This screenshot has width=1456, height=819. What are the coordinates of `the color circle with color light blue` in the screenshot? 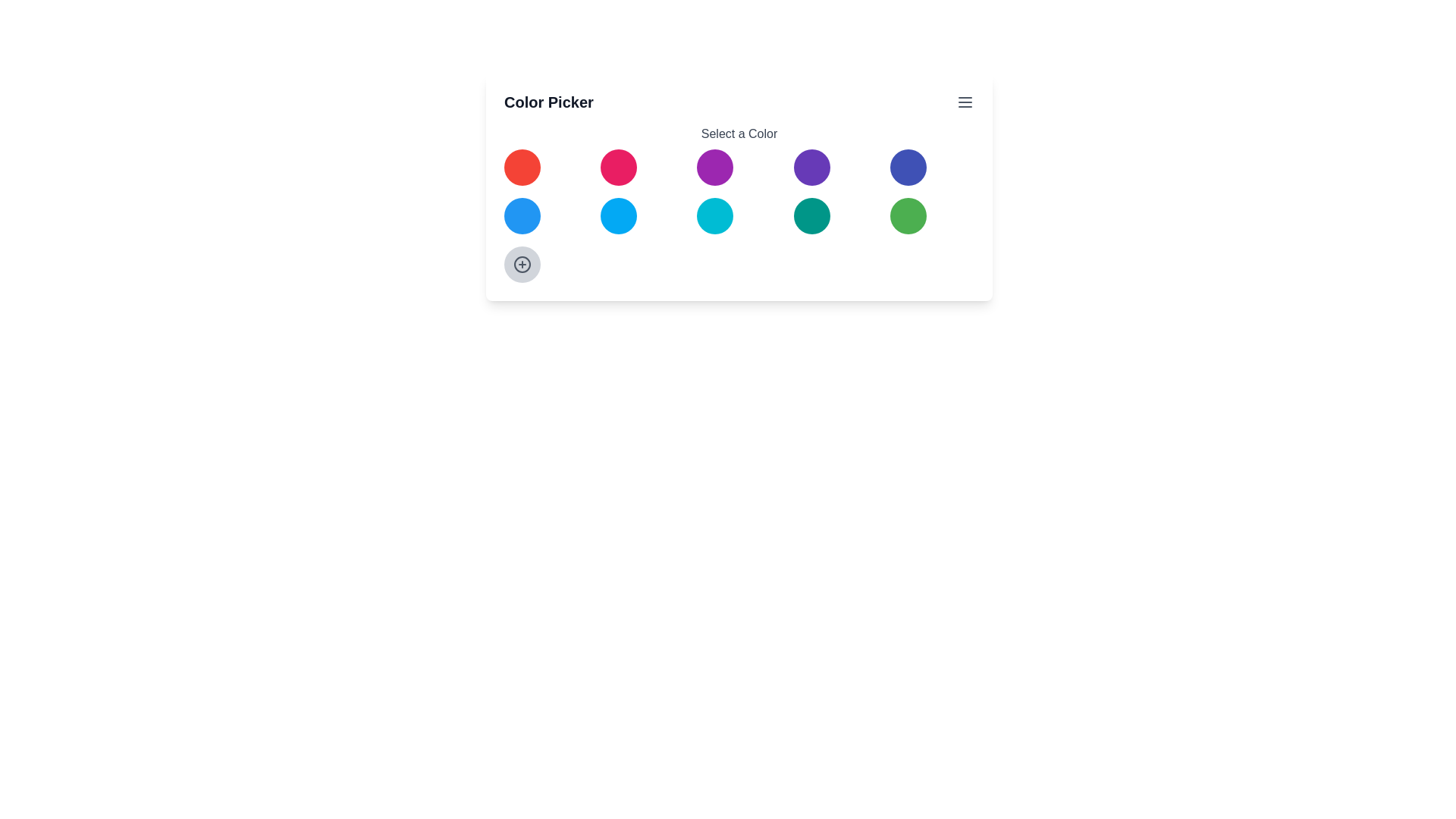 It's located at (619, 216).